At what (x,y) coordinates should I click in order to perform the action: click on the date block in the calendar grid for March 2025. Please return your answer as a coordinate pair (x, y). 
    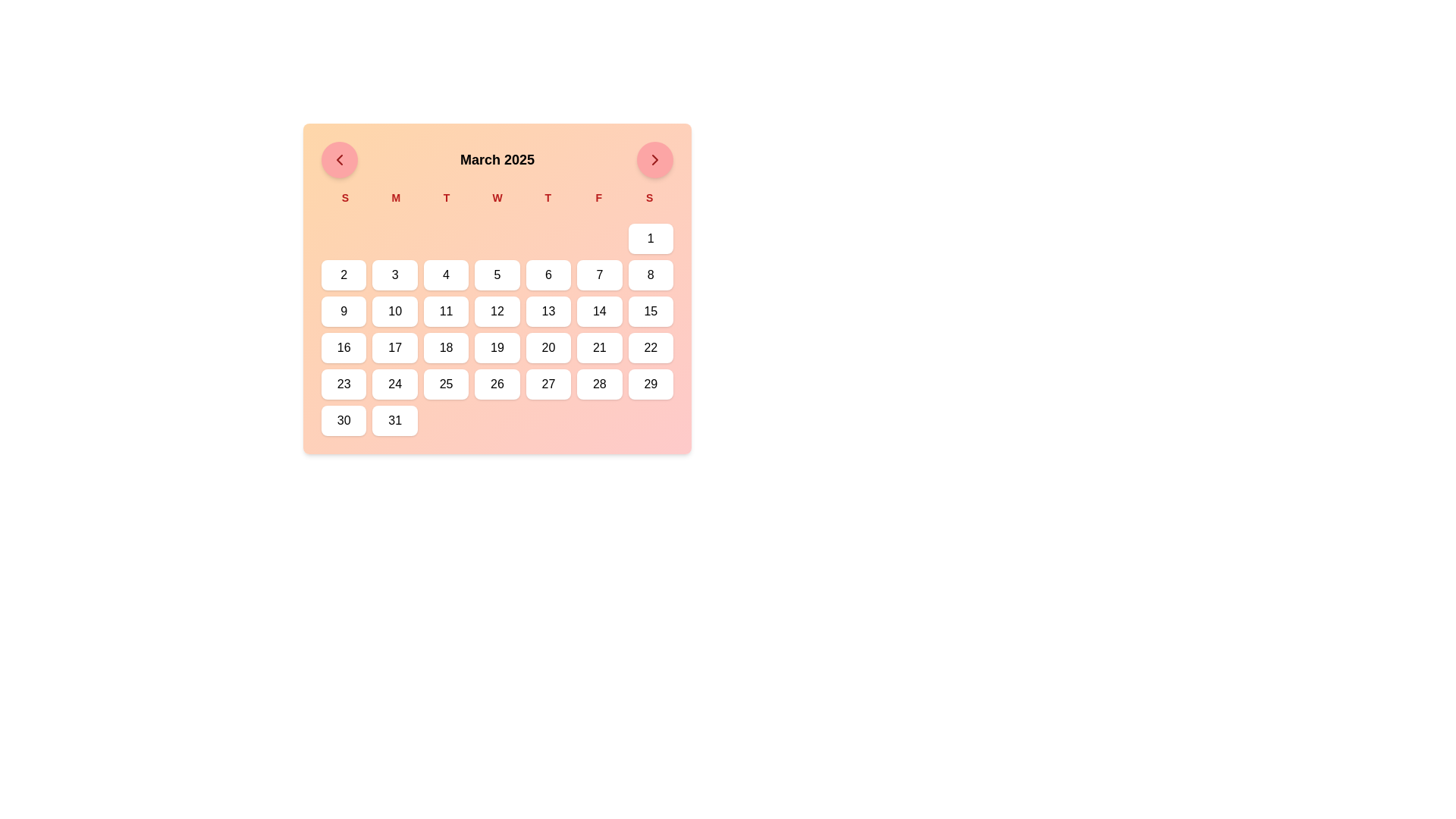
    Looking at the image, I should click on (497, 329).